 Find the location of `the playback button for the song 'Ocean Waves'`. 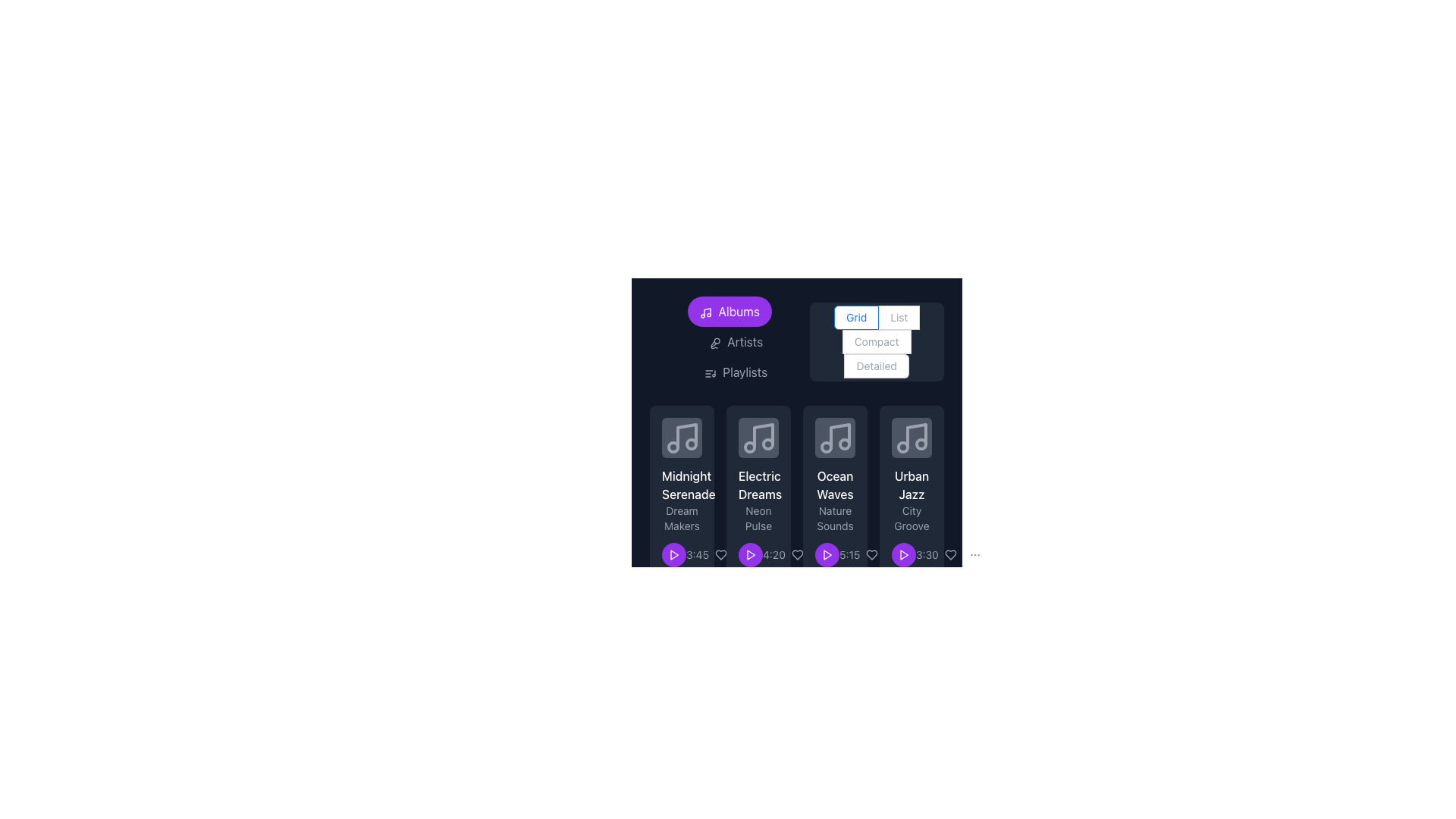

the playback button for the song 'Ocean Waves' is located at coordinates (826, 555).